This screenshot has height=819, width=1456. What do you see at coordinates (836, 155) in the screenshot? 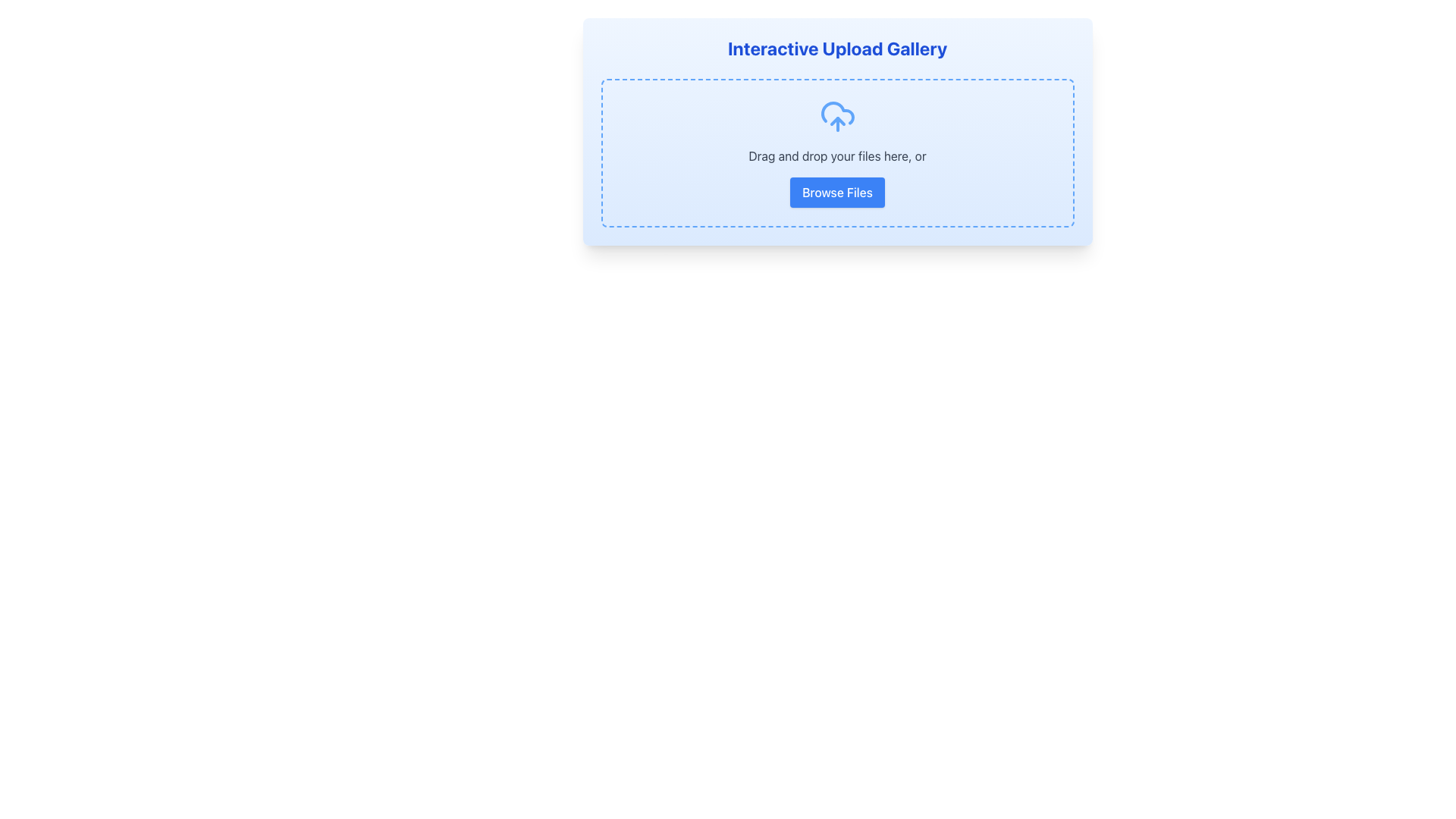
I see `the text label displaying 'Drag and drop your files here, or' to improve clarity` at bounding box center [836, 155].